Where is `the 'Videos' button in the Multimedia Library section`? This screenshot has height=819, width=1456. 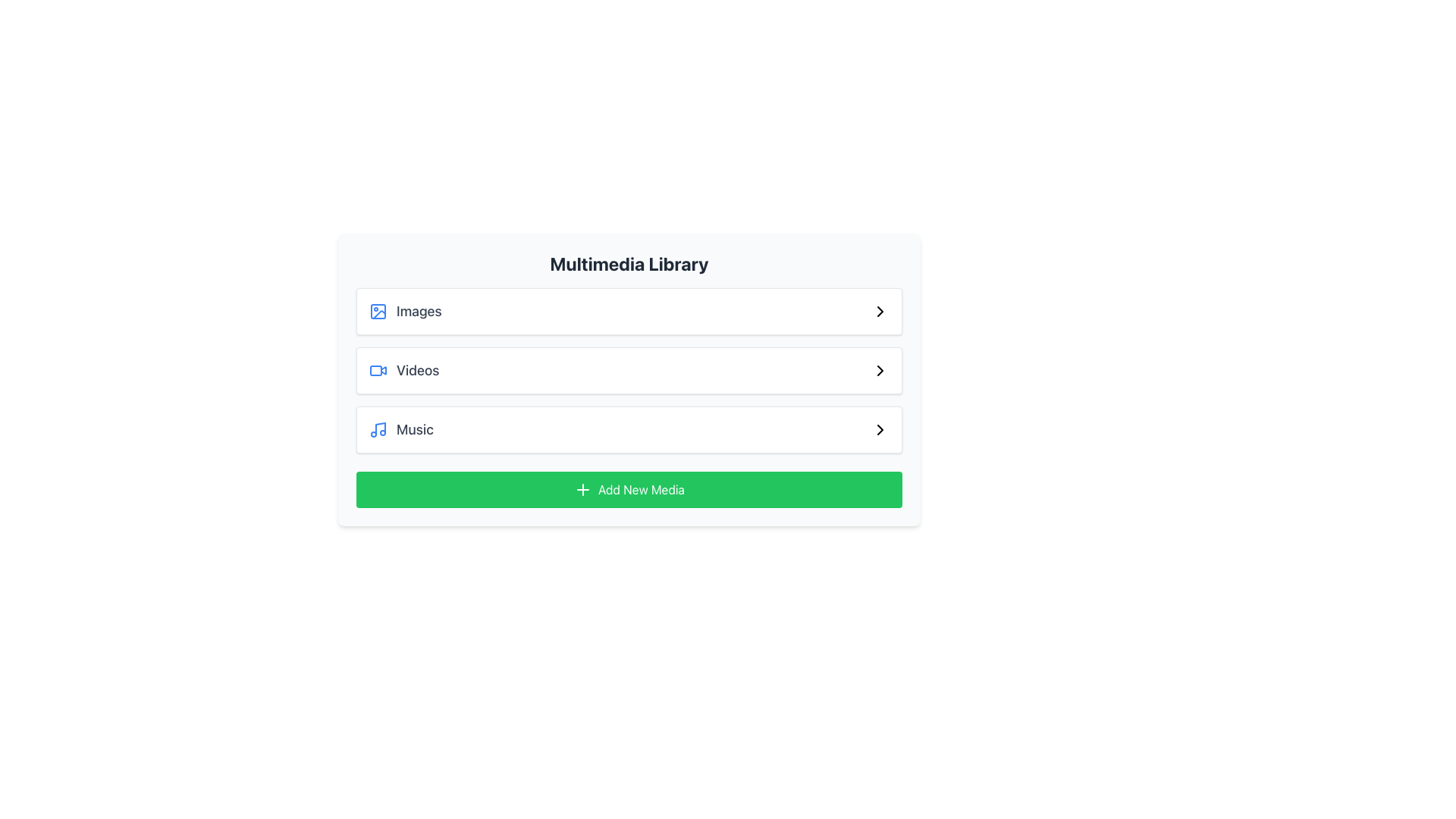 the 'Videos' button in the Multimedia Library section is located at coordinates (629, 371).